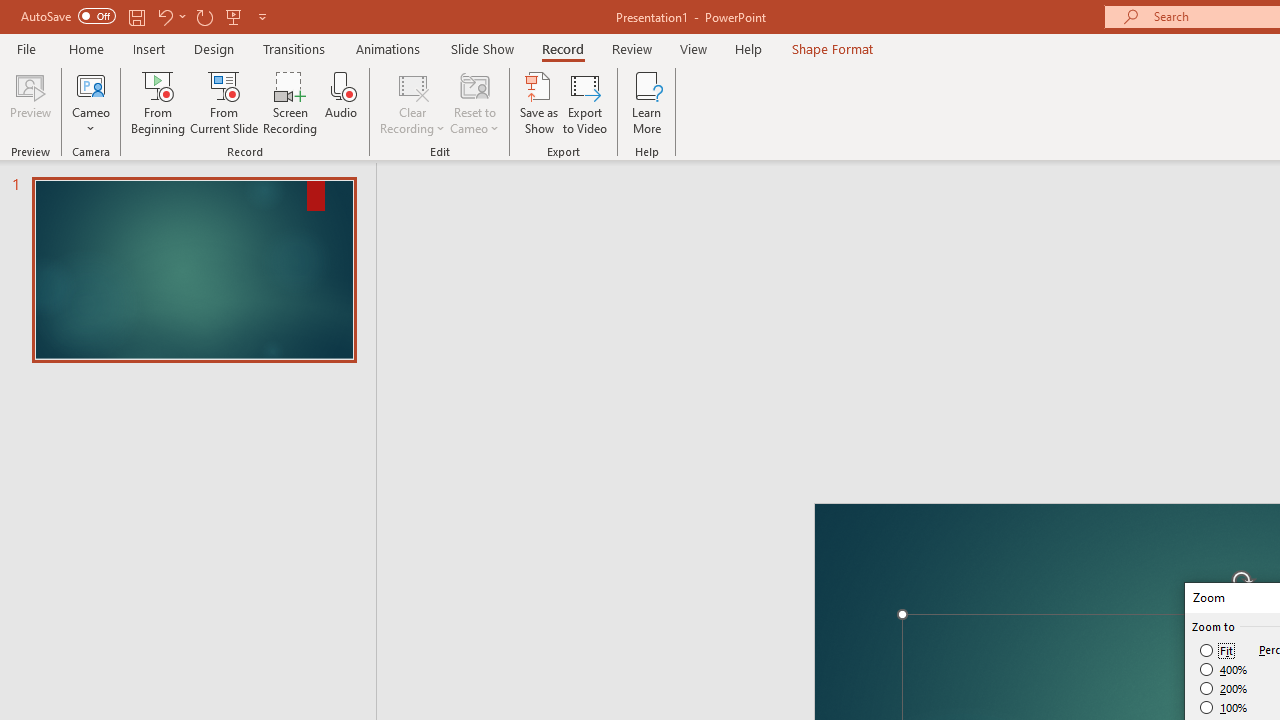 The width and height of the screenshot is (1280, 720). What do you see at coordinates (584, 103) in the screenshot?
I see `'Export to Video'` at bounding box center [584, 103].